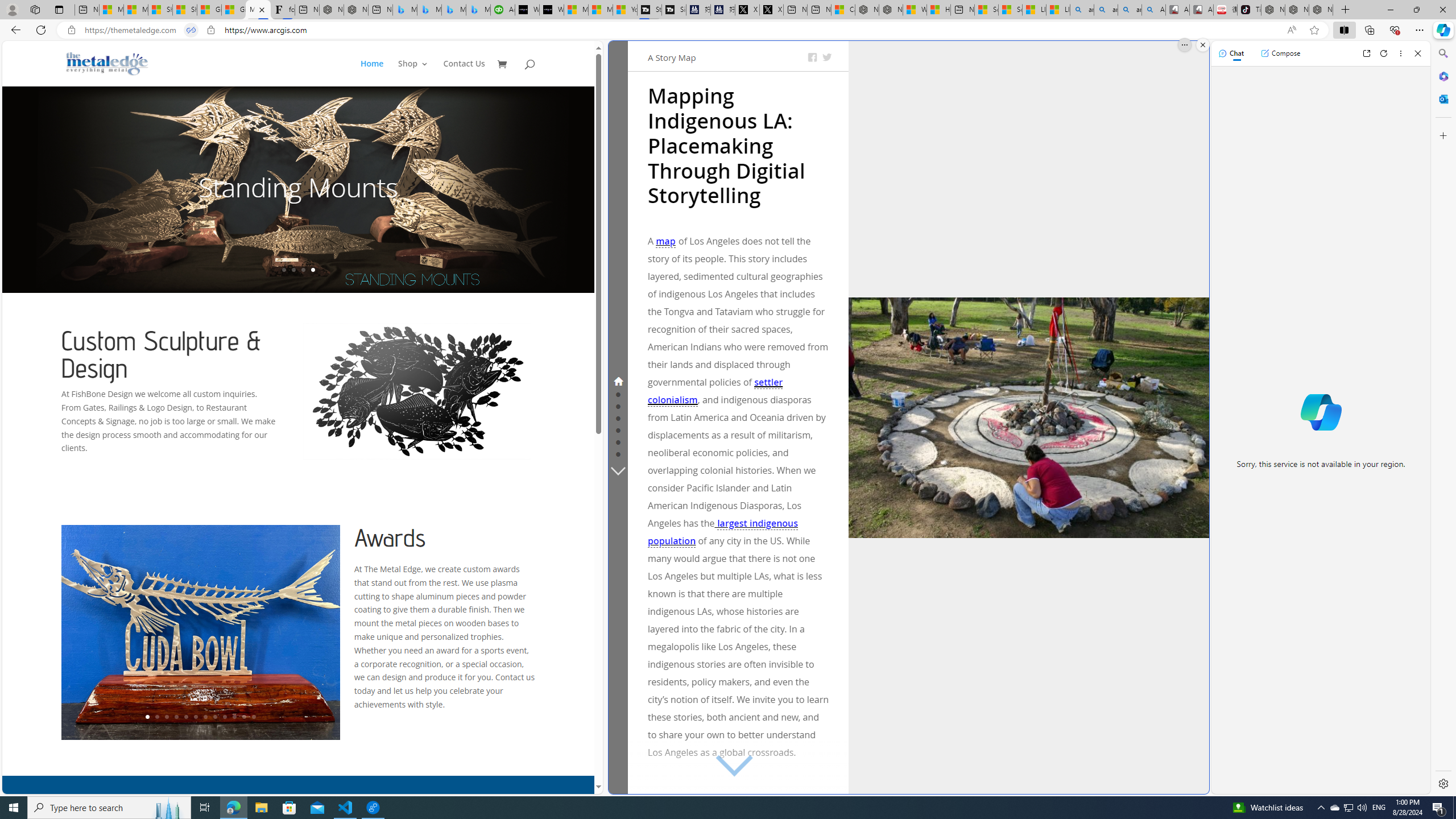 This screenshot has height=819, width=1456. I want to click on 'More options.', so click(1184, 44).